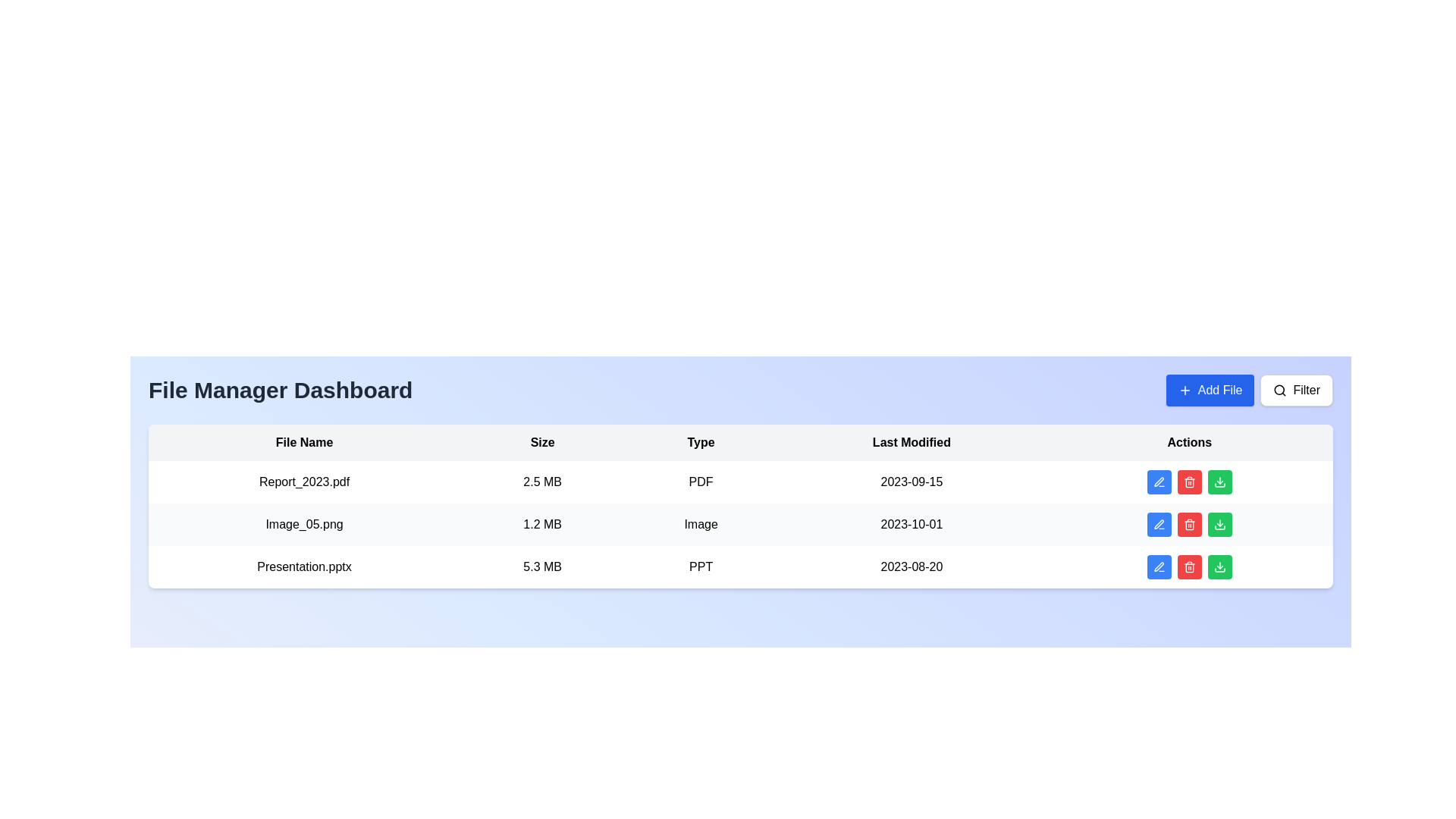 This screenshot has height=819, width=1456. I want to click on the Text Label indicating the last modification date of the document 'Presentation.pptx' in the fourth column of the data table, so click(911, 567).